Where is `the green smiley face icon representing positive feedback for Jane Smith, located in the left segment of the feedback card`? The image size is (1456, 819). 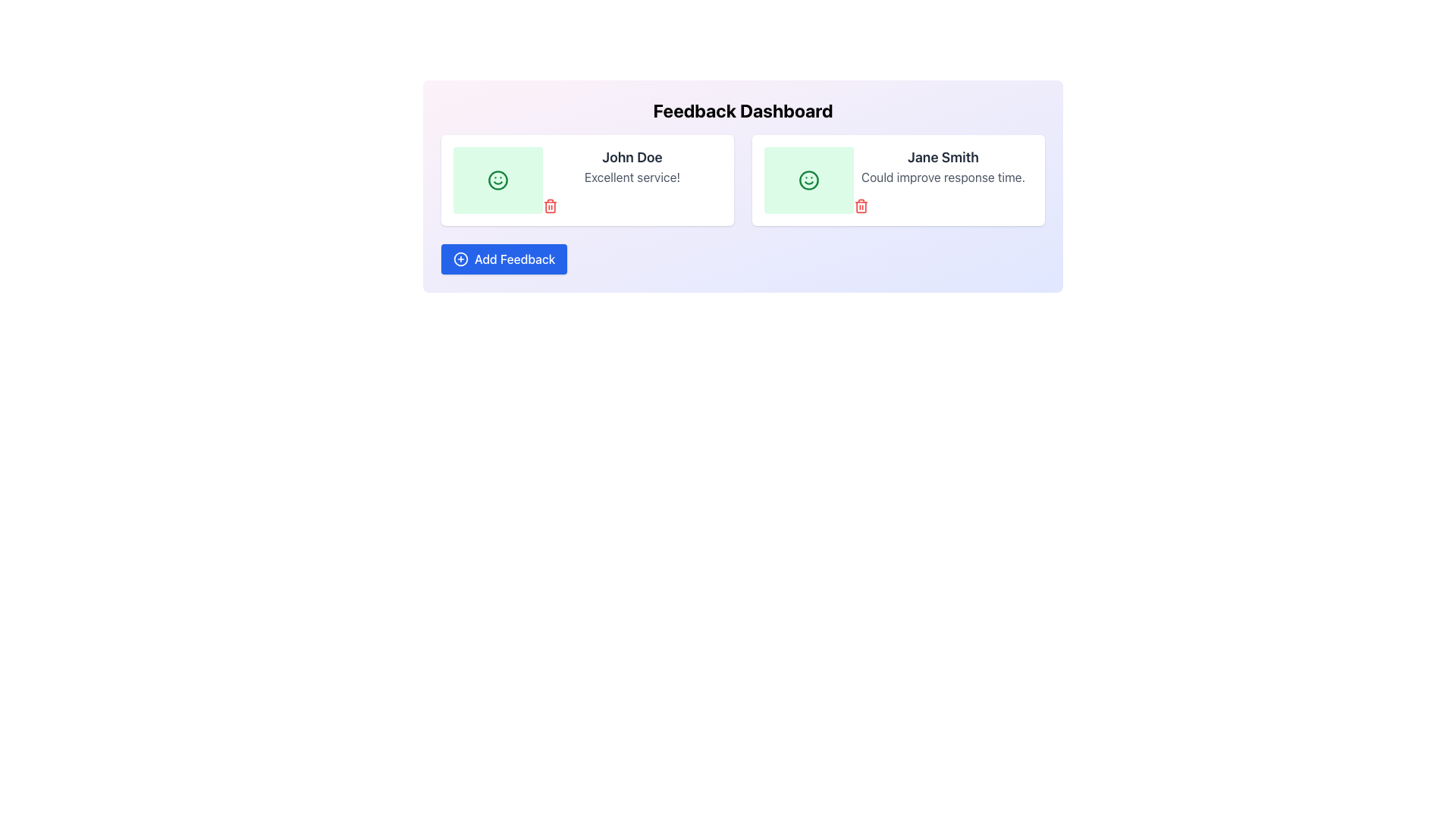
the green smiley face icon representing positive feedback for Jane Smith, located in the left segment of the feedback card is located at coordinates (808, 180).